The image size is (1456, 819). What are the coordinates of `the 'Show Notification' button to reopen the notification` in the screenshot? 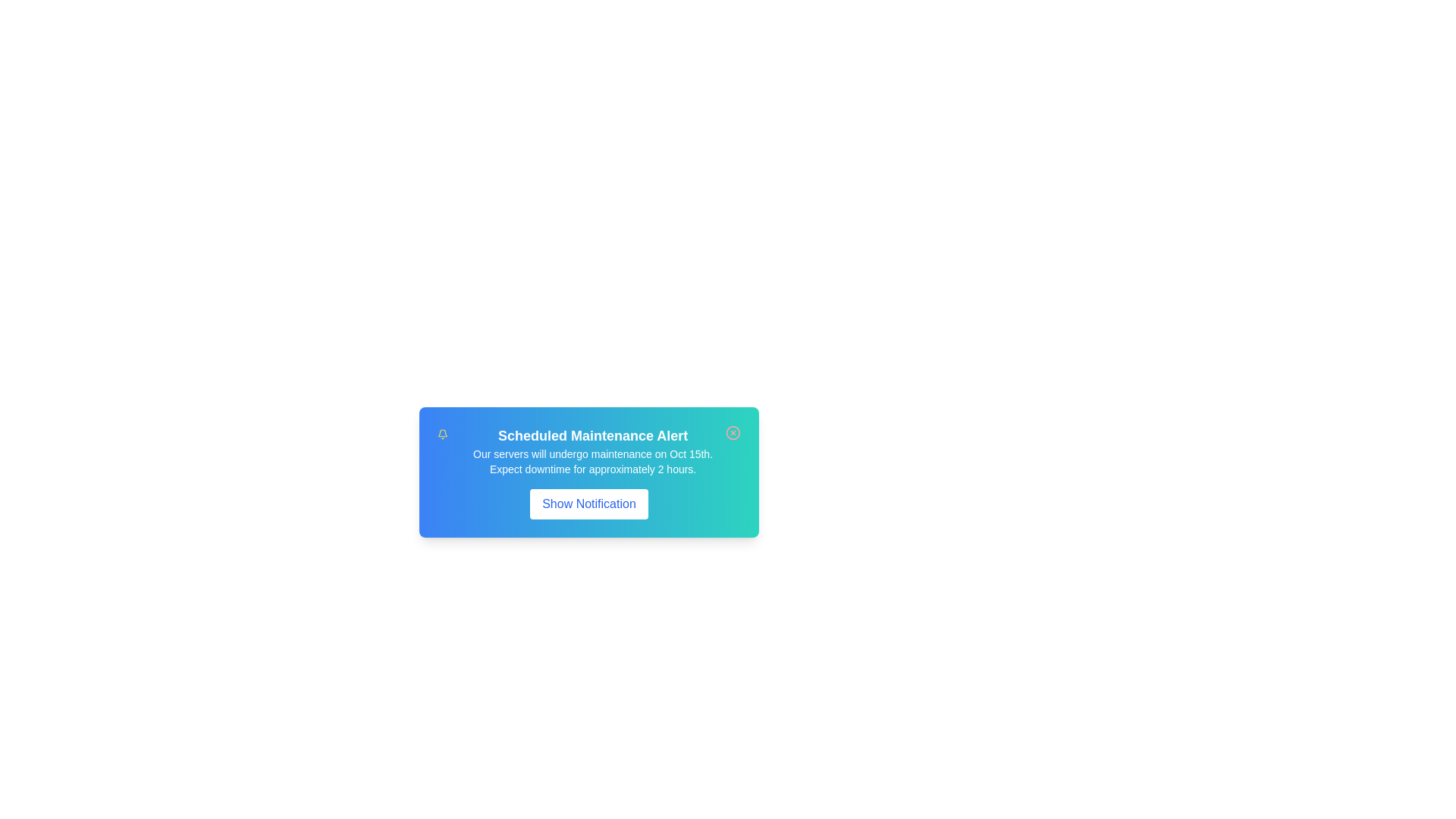 It's located at (588, 504).